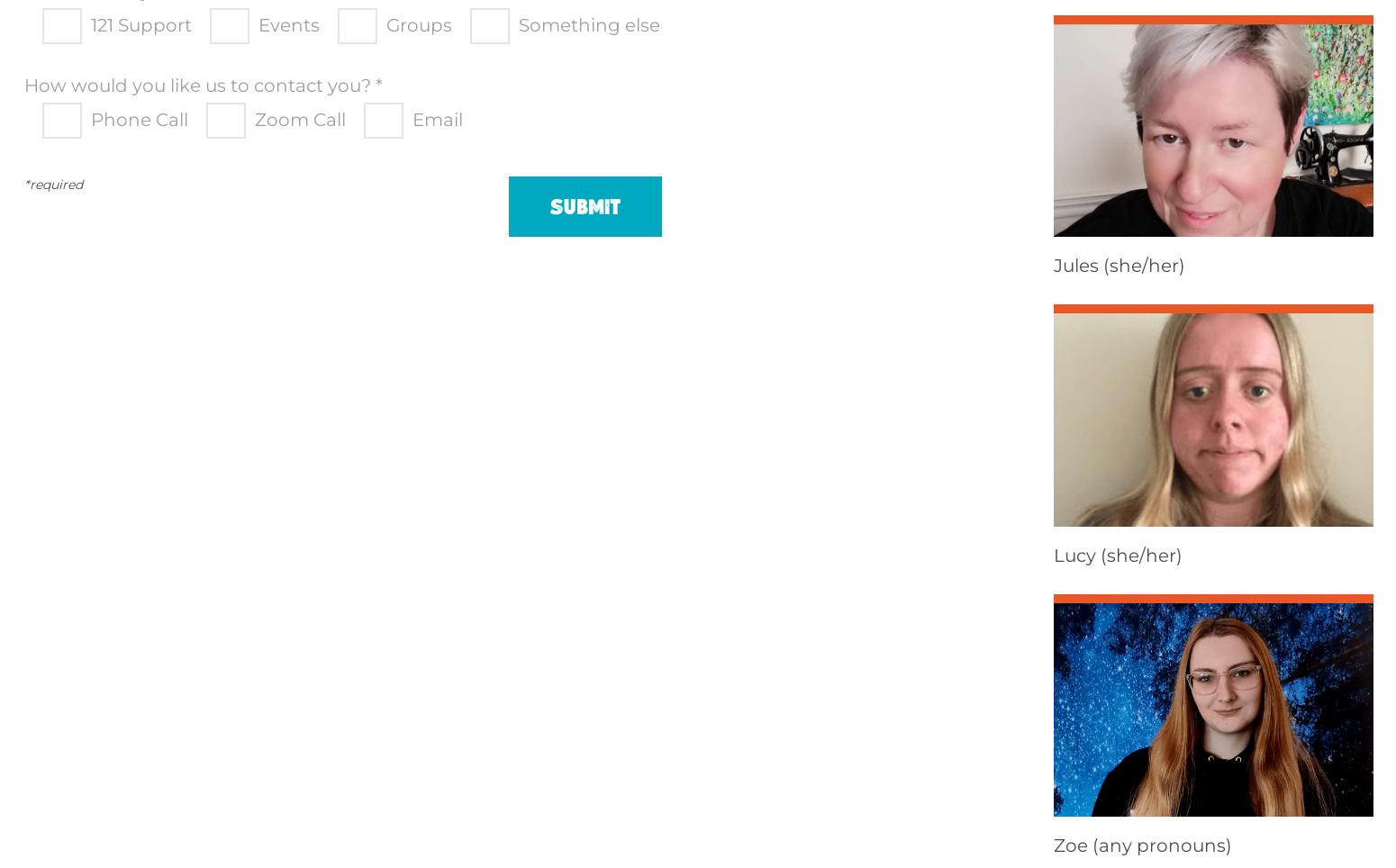  What do you see at coordinates (1118, 265) in the screenshot?
I see `'Jules (she/her)'` at bounding box center [1118, 265].